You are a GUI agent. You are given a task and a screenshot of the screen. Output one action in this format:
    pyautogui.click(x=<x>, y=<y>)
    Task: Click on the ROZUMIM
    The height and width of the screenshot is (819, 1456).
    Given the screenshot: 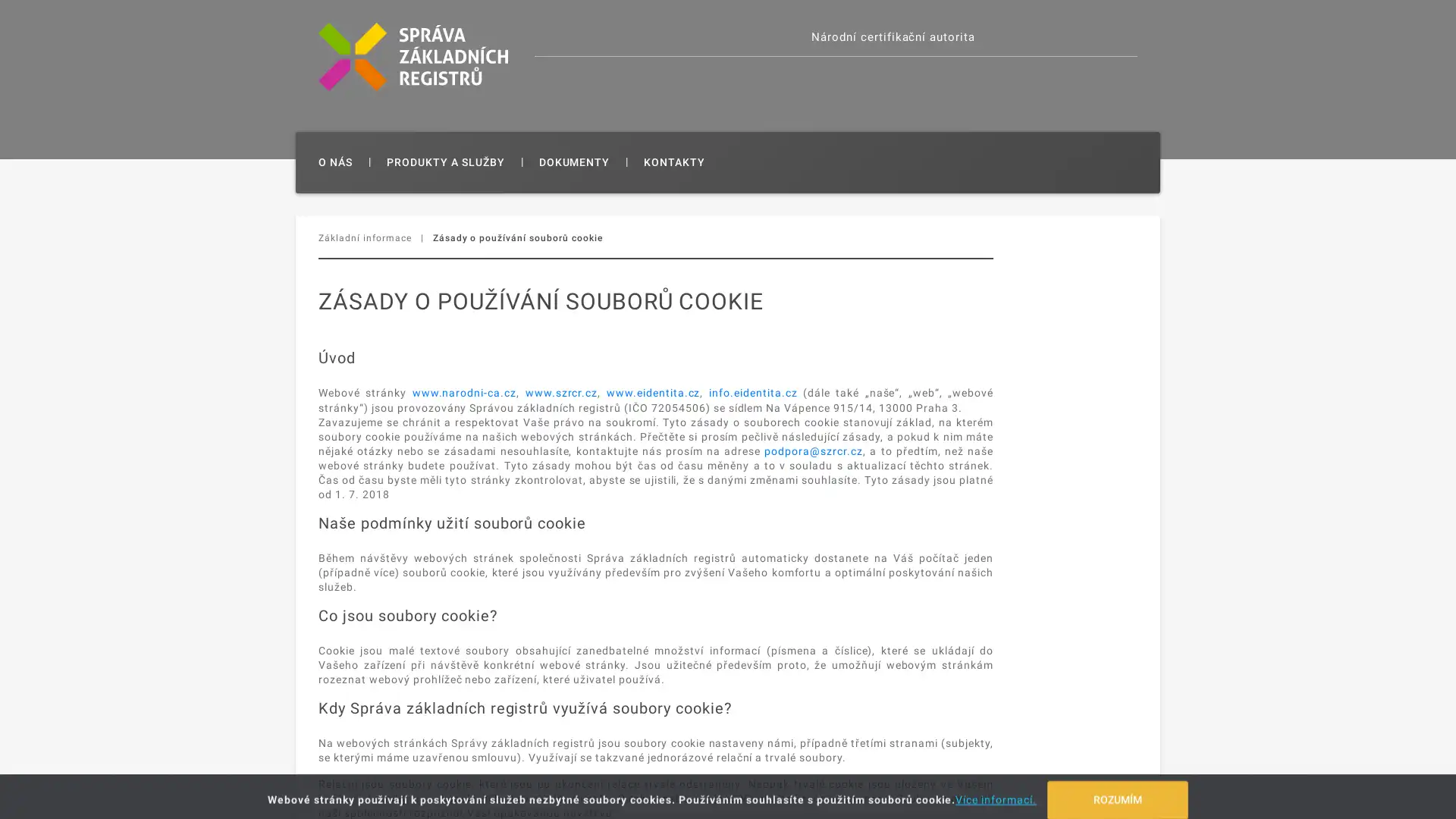 What is the action you would take?
    pyautogui.click(x=1117, y=792)
    